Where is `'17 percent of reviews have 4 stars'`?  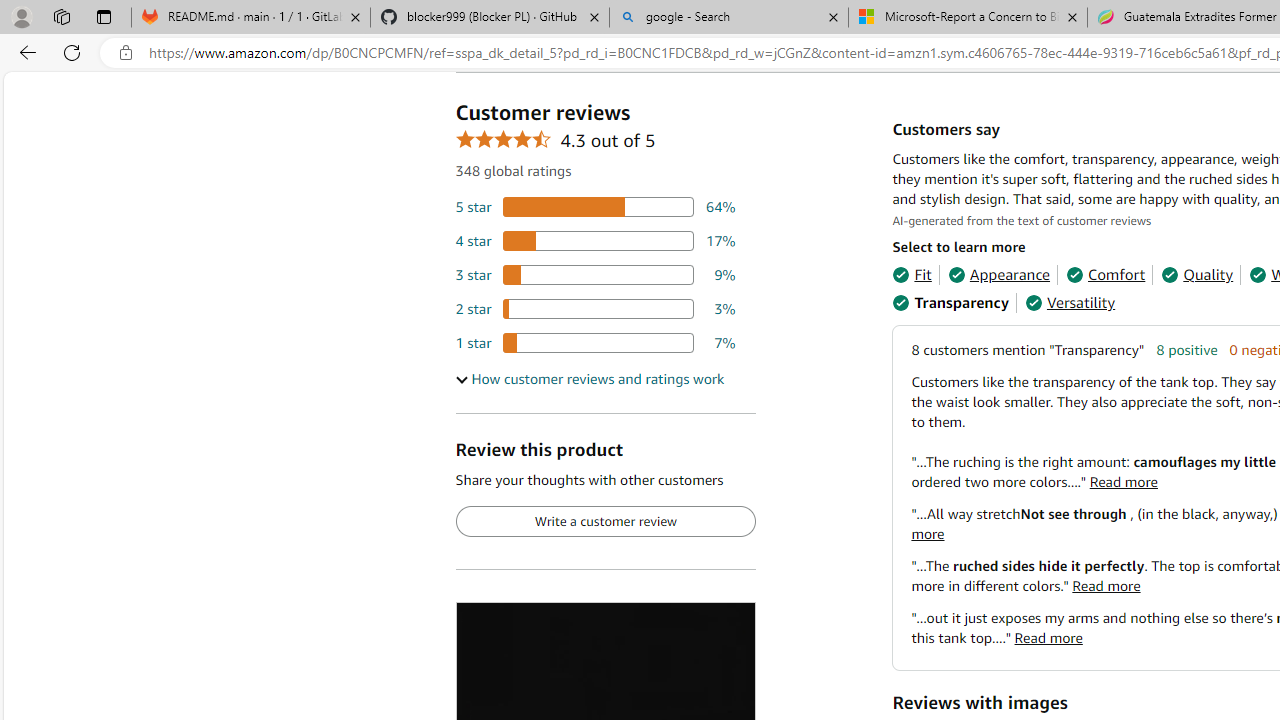 '17 percent of reviews have 4 stars' is located at coordinates (594, 240).